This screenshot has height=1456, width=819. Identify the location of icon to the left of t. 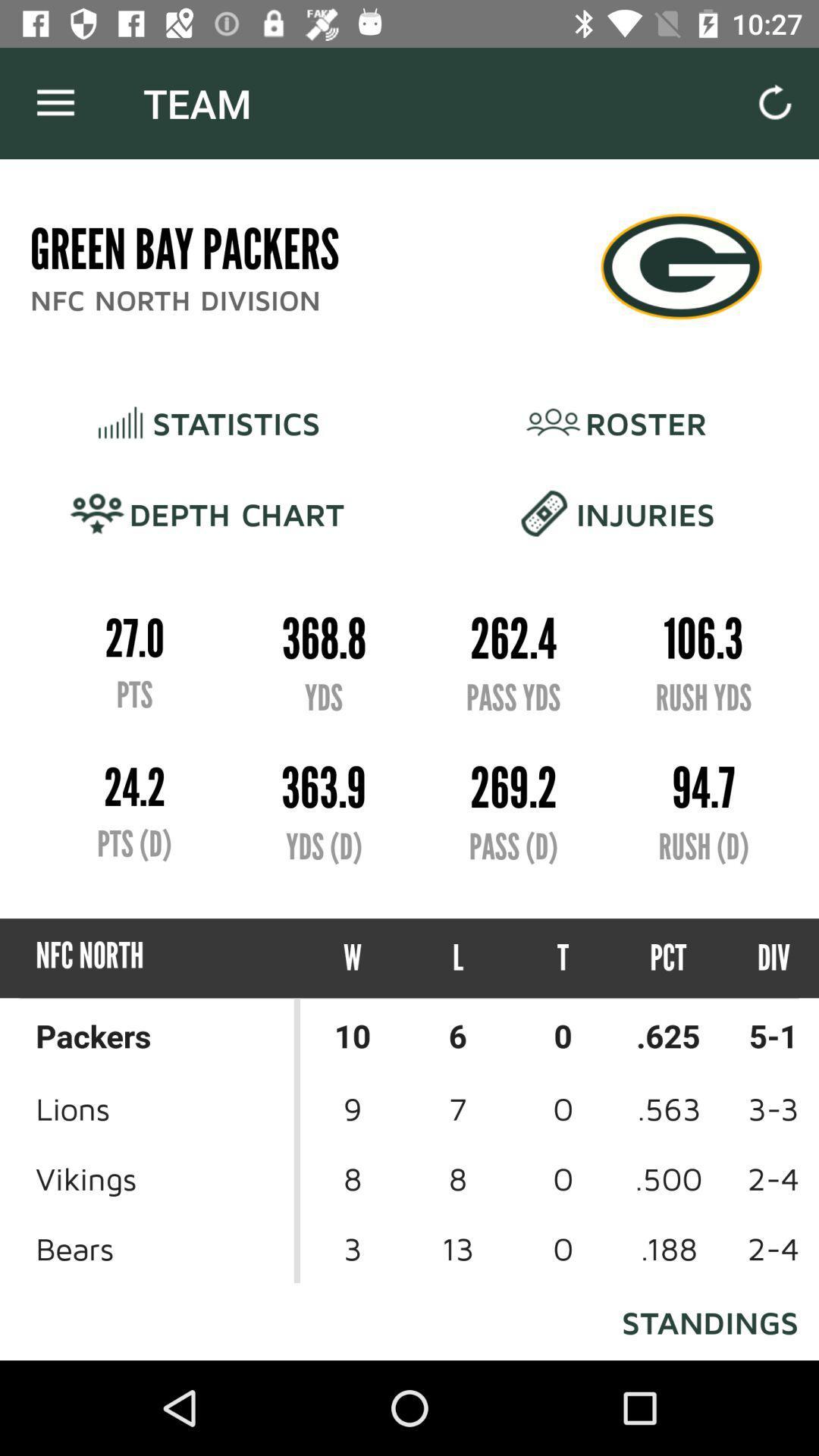
(457, 957).